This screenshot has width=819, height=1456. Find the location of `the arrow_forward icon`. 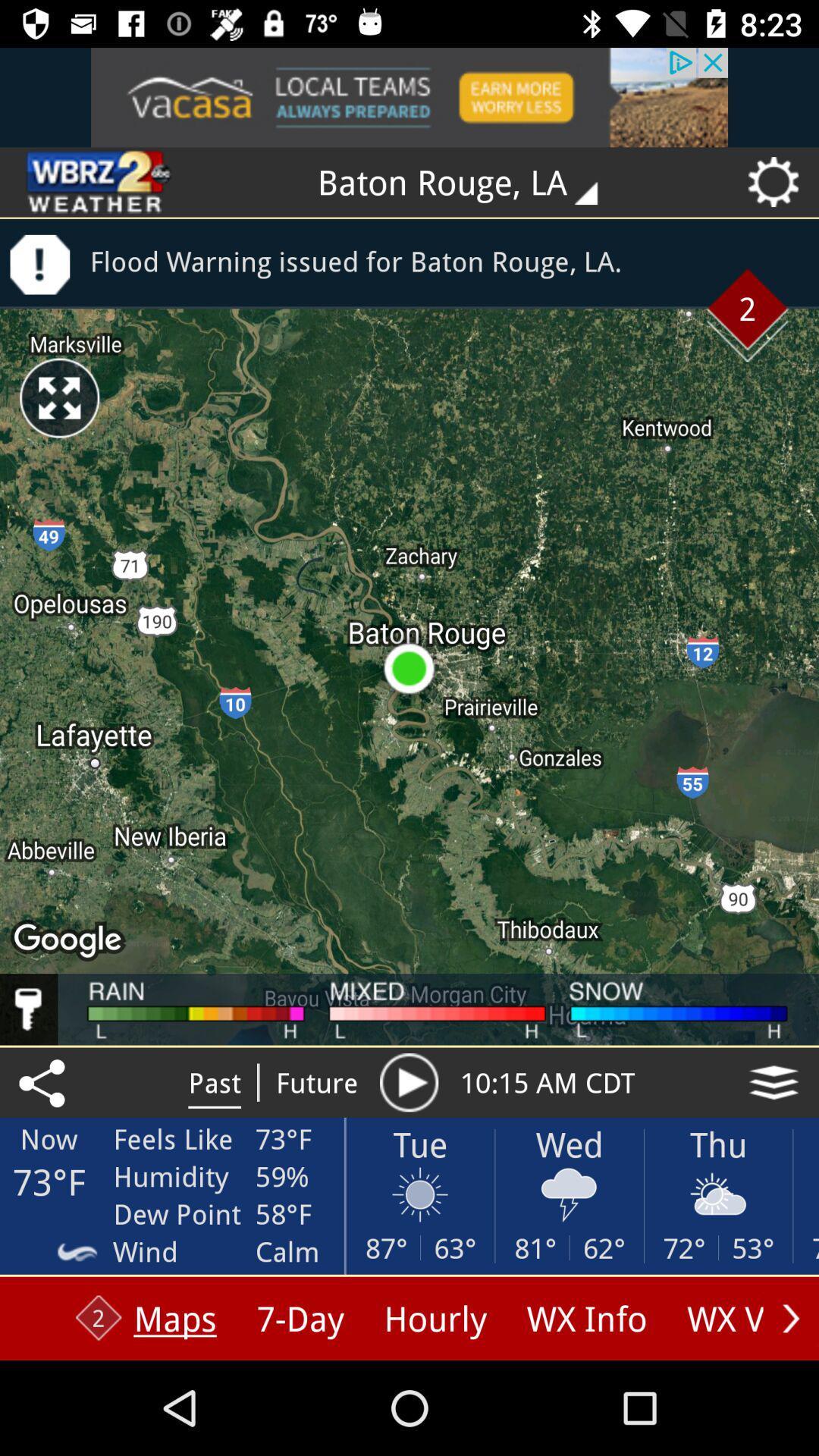

the arrow_forward icon is located at coordinates (790, 1317).